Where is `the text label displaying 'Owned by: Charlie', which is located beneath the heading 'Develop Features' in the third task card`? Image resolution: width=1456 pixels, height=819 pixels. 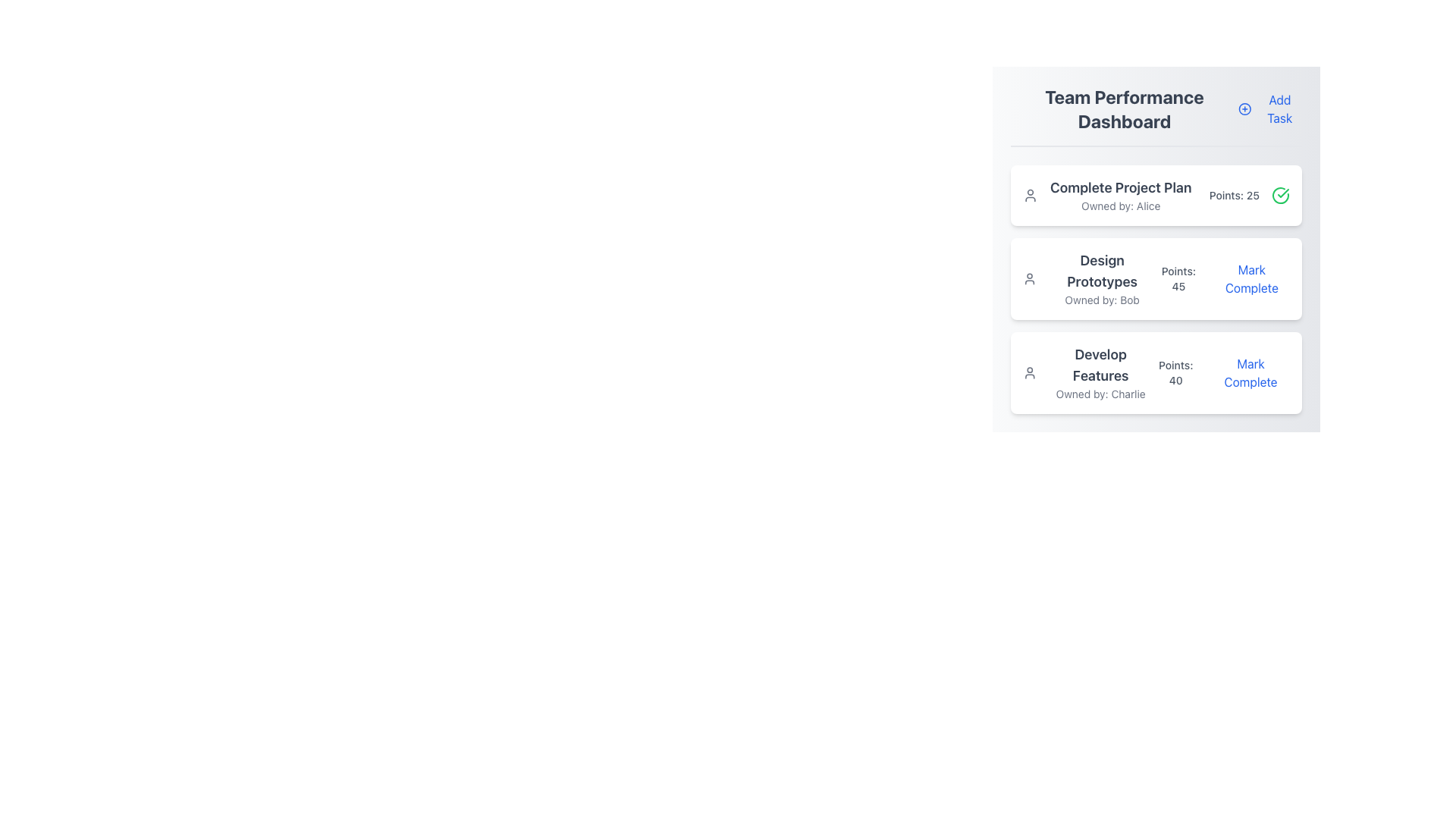
the text label displaying 'Owned by: Charlie', which is located beneath the heading 'Develop Features' in the third task card is located at coordinates (1100, 394).